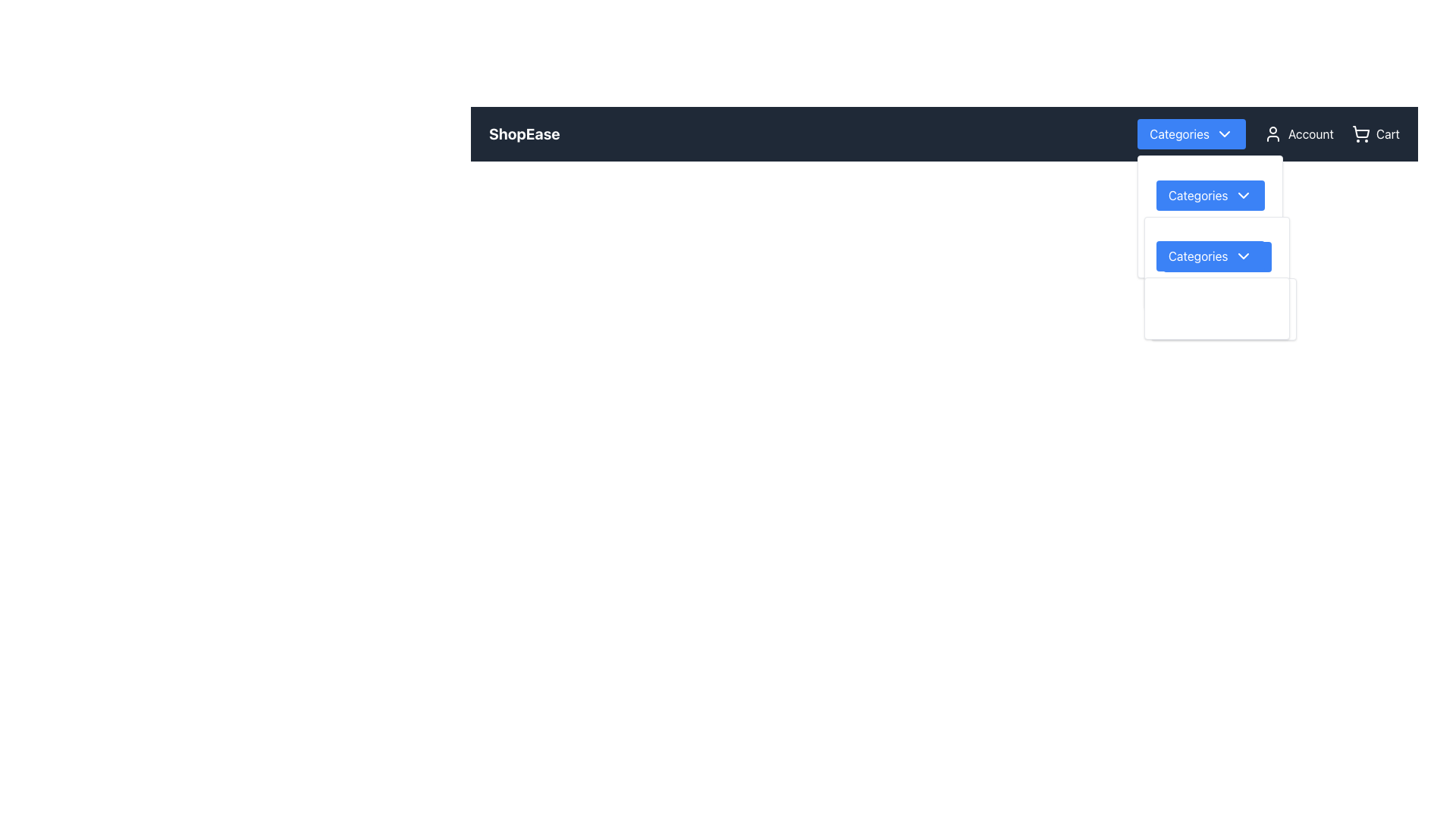 Image resolution: width=1456 pixels, height=819 pixels. Describe the element at coordinates (1298, 133) in the screenshot. I see `the 'Account' button located on the right side of the top navigation bar, next to the user icon` at that location.